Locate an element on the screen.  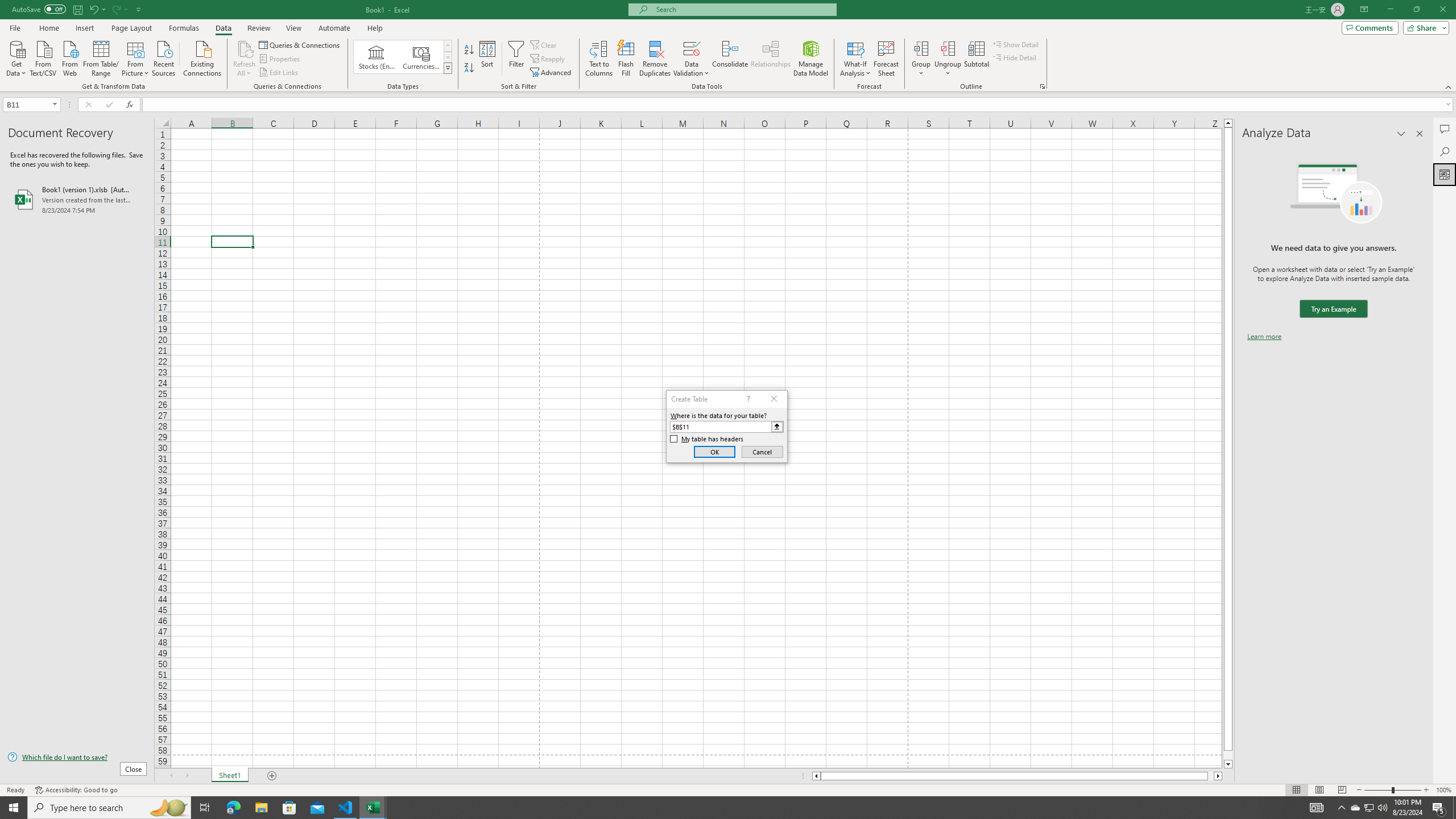
'What-If Analysis' is located at coordinates (855, 59).